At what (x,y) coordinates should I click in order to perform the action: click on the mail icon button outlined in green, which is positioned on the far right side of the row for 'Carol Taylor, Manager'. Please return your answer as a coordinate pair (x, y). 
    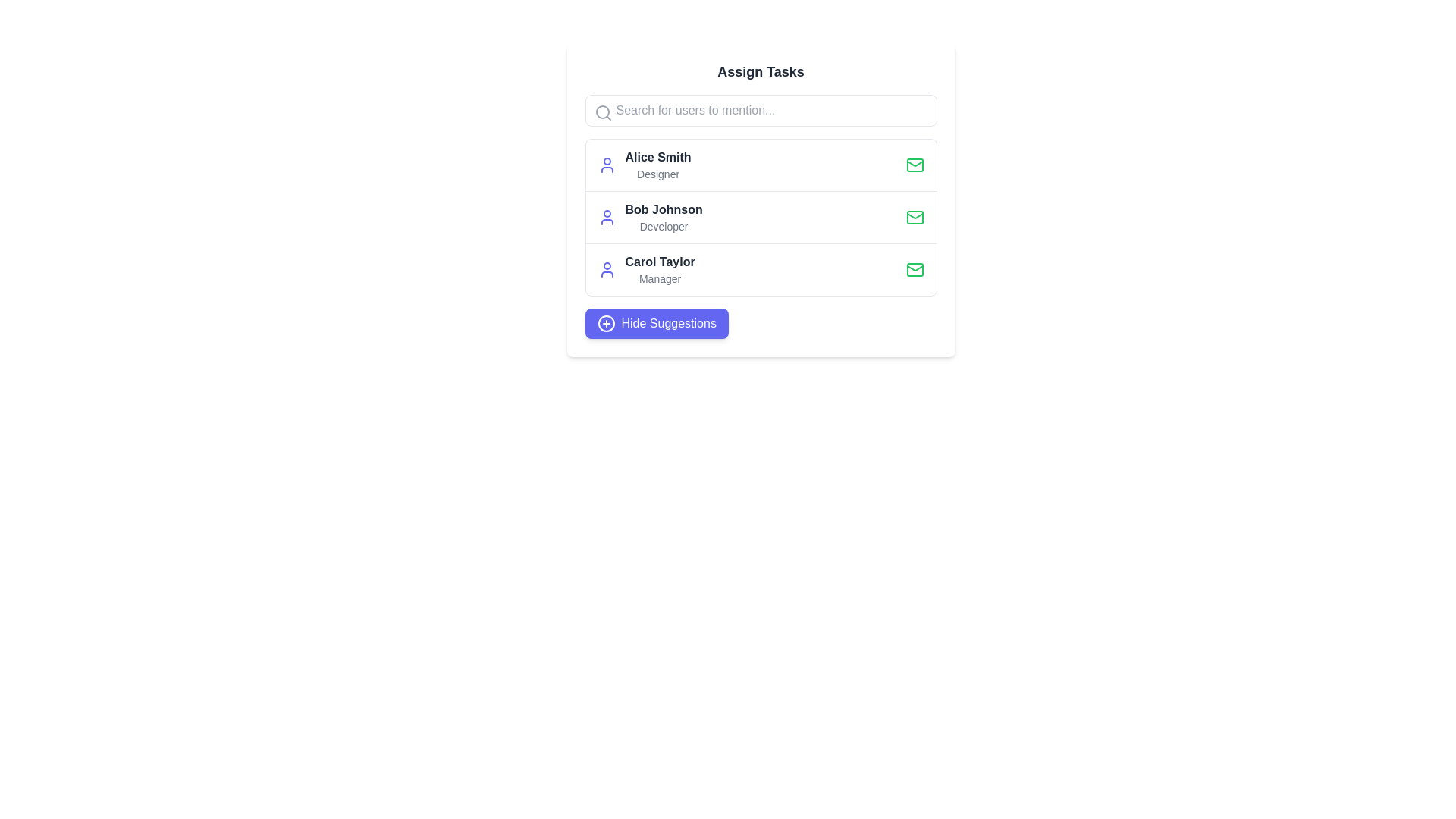
    Looking at the image, I should click on (914, 268).